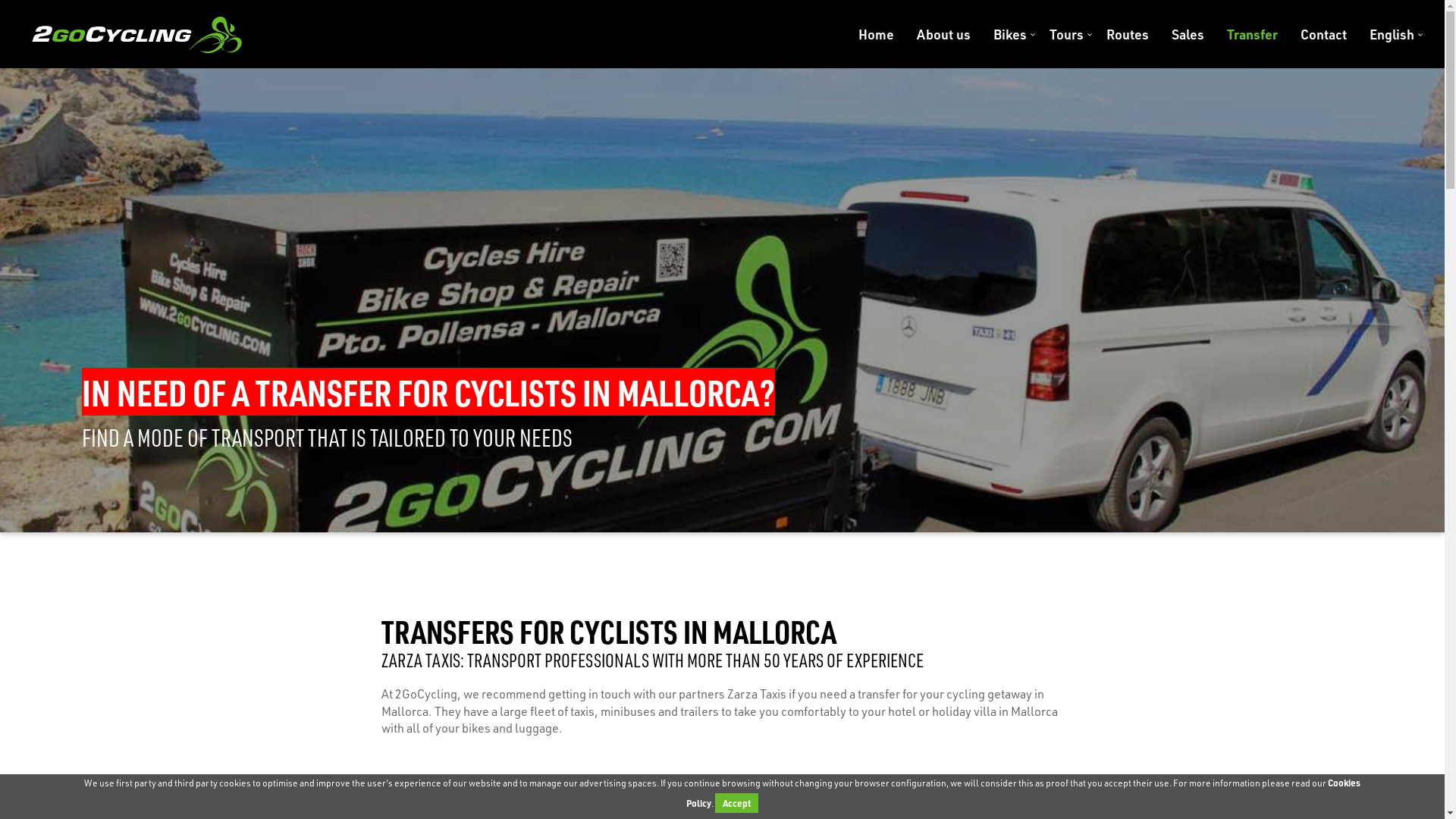  What do you see at coordinates (1386, 34) in the screenshot?
I see `'English'` at bounding box center [1386, 34].